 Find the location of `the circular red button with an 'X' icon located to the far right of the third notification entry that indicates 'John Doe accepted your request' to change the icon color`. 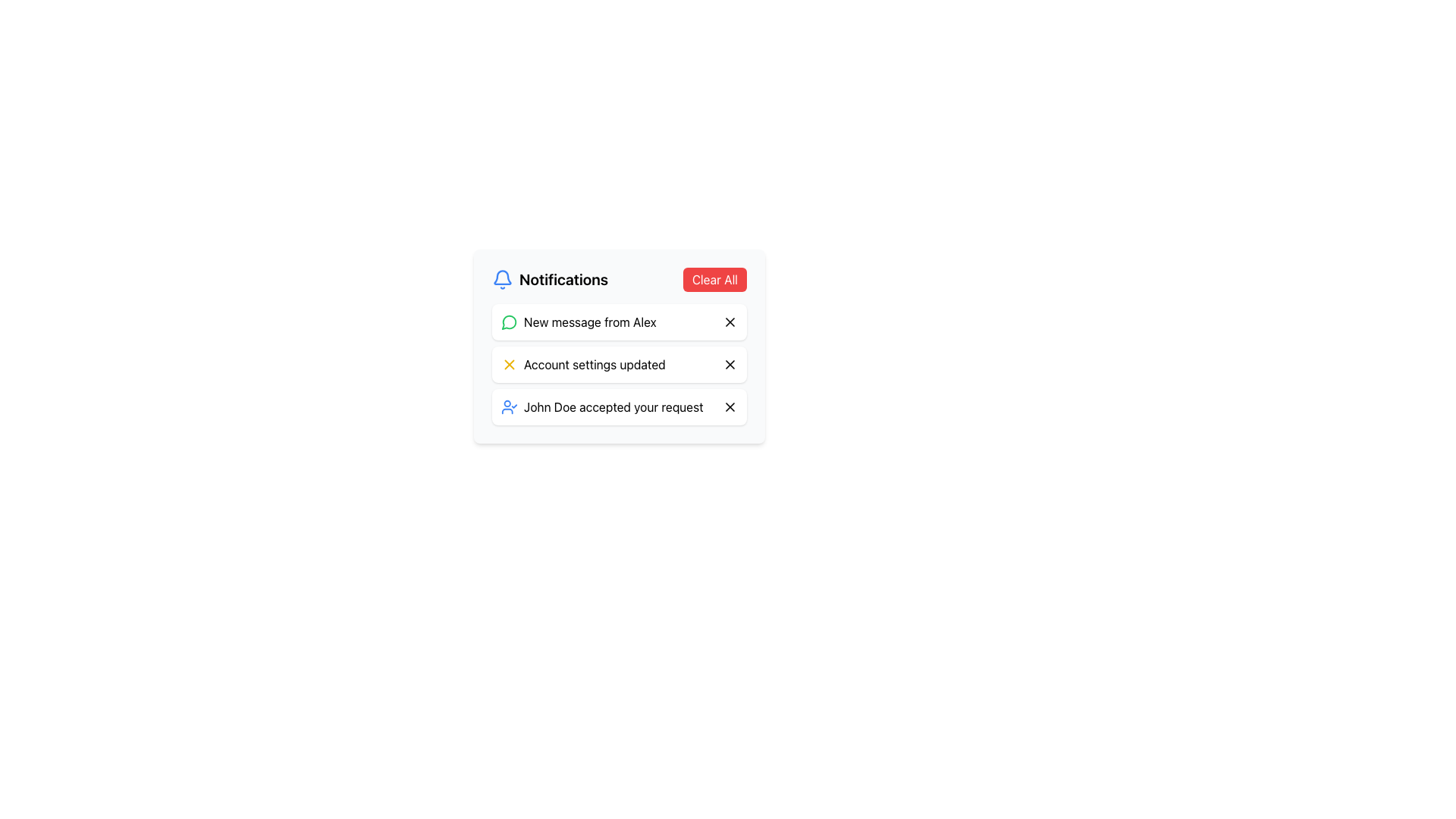

the circular red button with an 'X' icon located to the far right of the third notification entry that indicates 'John Doe accepted your request' to change the icon color is located at coordinates (730, 406).